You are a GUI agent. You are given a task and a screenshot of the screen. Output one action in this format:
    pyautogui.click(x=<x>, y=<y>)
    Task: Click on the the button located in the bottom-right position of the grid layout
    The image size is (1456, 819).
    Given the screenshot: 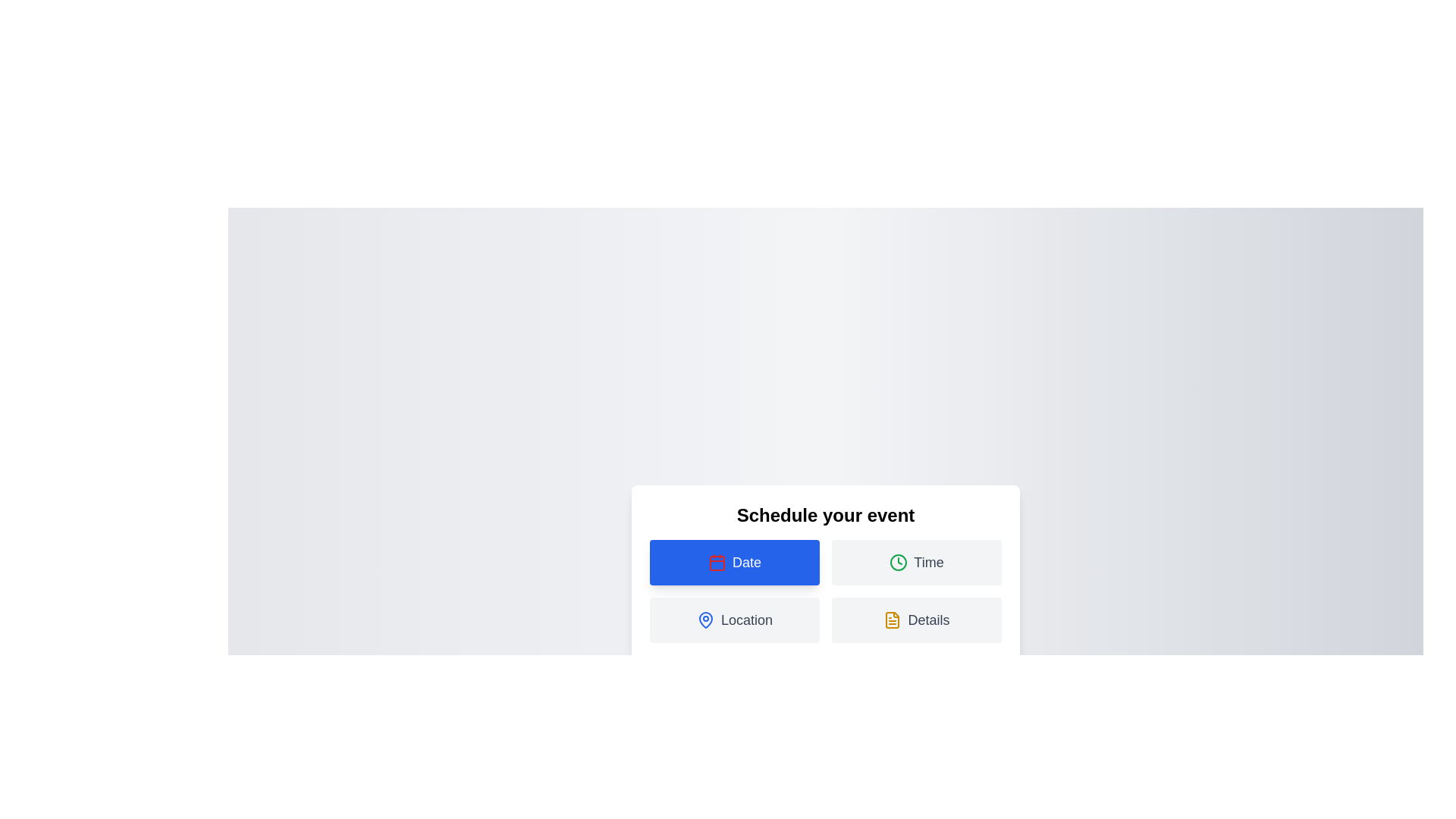 What is the action you would take?
    pyautogui.click(x=916, y=620)
    